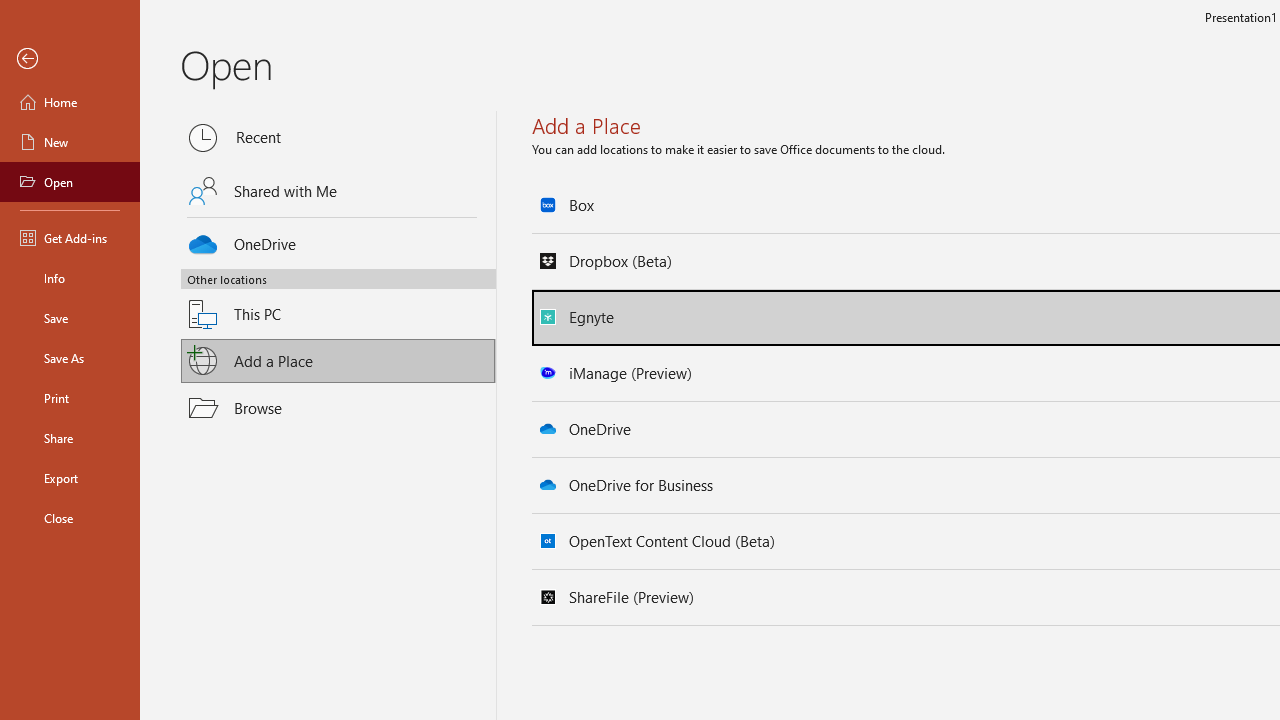 Image resolution: width=1280 pixels, height=720 pixels. What do you see at coordinates (69, 277) in the screenshot?
I see `'Info'` at bounding box center [69, 277].